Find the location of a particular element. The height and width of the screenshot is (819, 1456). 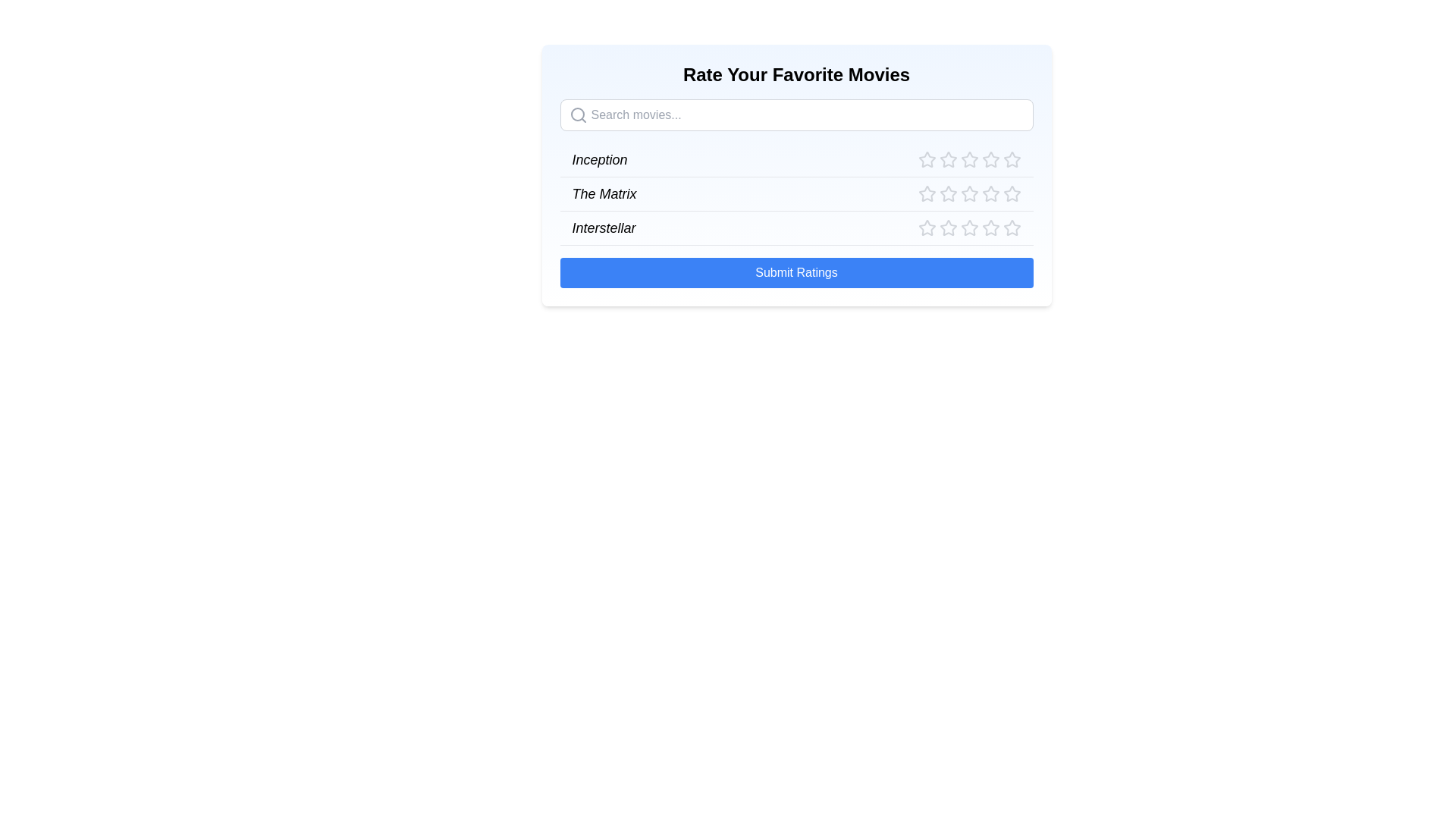

the 'Submit Ratings' button to submit all ratings is located at coordinates (795, 271).